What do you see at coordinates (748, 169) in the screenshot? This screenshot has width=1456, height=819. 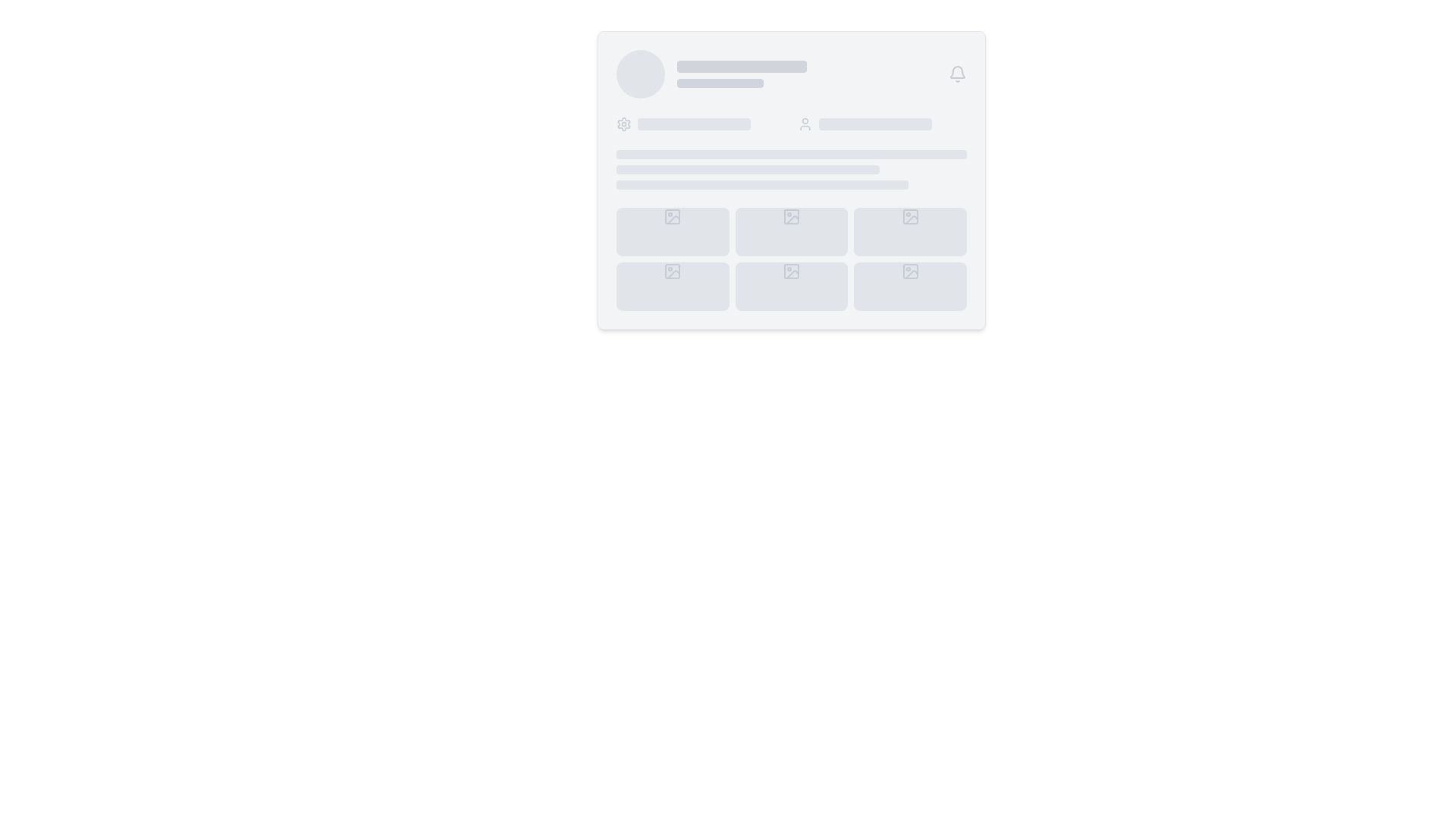 I see `the Loading placeholder bar, which is the second horizontal bar styled with a light gray color, located in the middle of three similar bars` at bounding box center [748, 169].